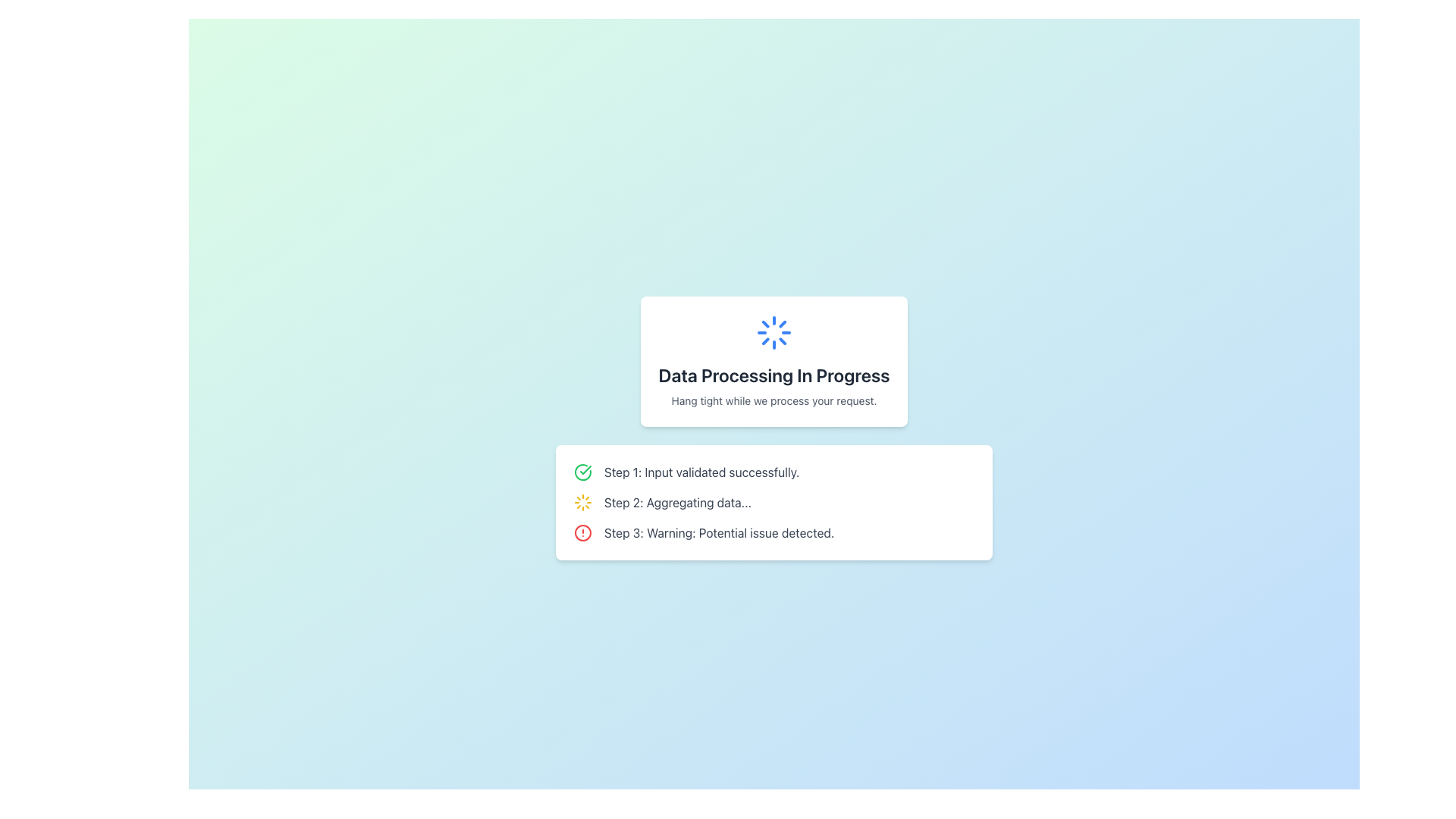 The height and width of the screenshot is (819, 1456). I want to click on the green circular icon with a checkmark, which indicates a completed step, located to the left of the text 'Step 1: Input validated successfully.', so click(582, 472).